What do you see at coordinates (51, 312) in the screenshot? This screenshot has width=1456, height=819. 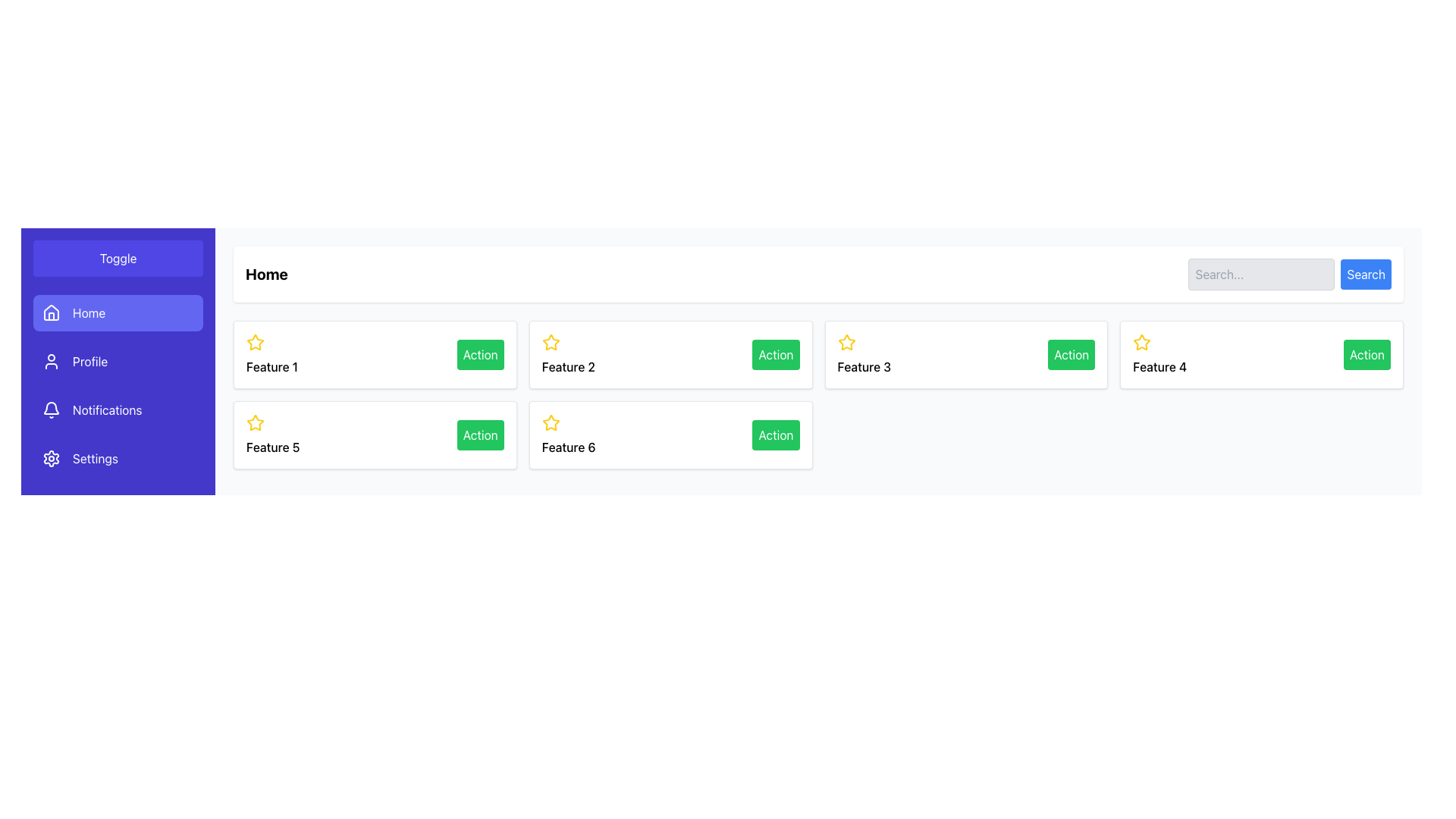 I see `the 'Home' icon in the vertical menu bar on the left side` at bounding box center [51, 312].